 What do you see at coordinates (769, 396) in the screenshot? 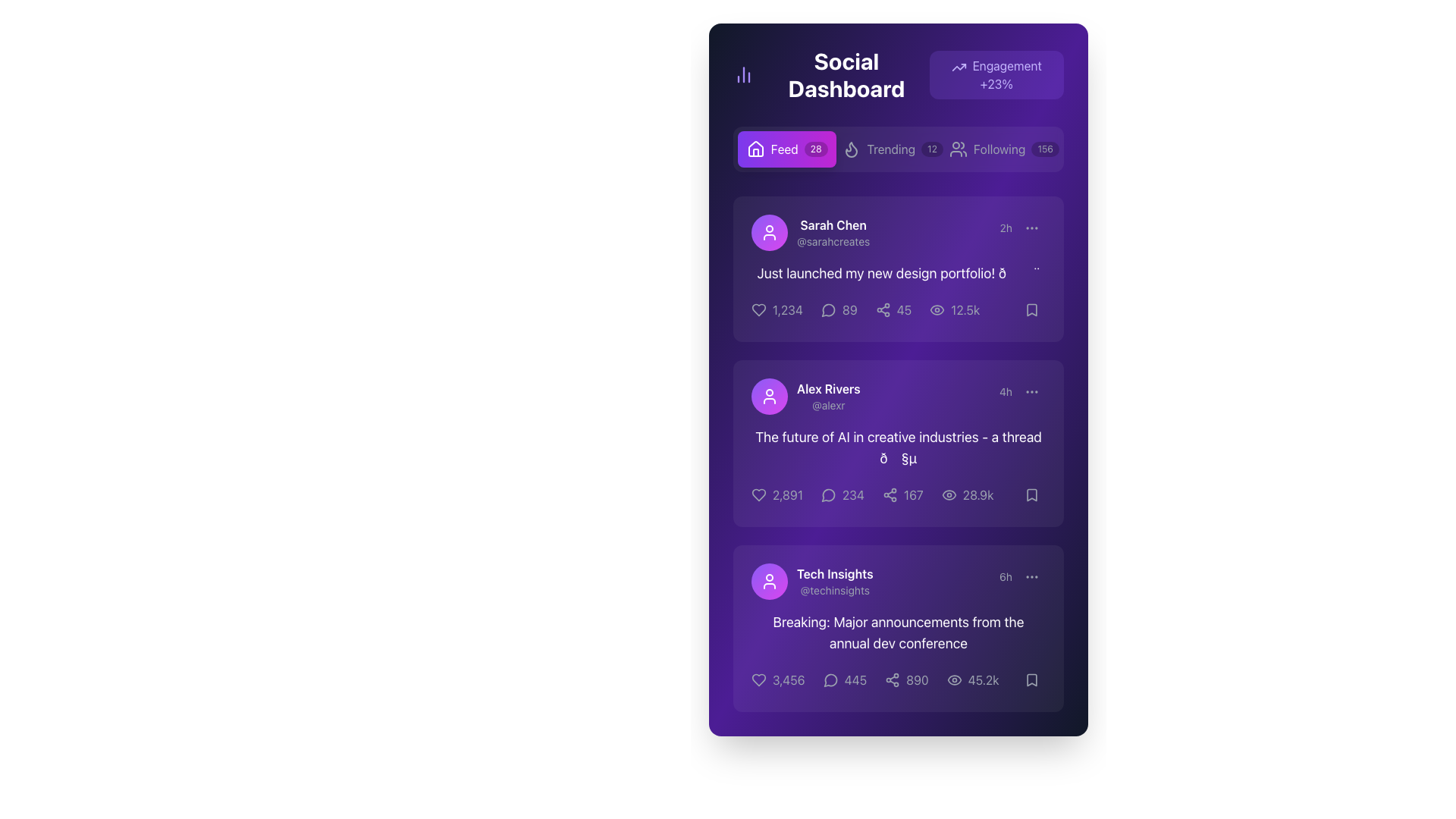
I see `the Circular icon with user representation (profile image placeholder) associated with user 'Alex Rivers'` at bounding box center [769, 396].